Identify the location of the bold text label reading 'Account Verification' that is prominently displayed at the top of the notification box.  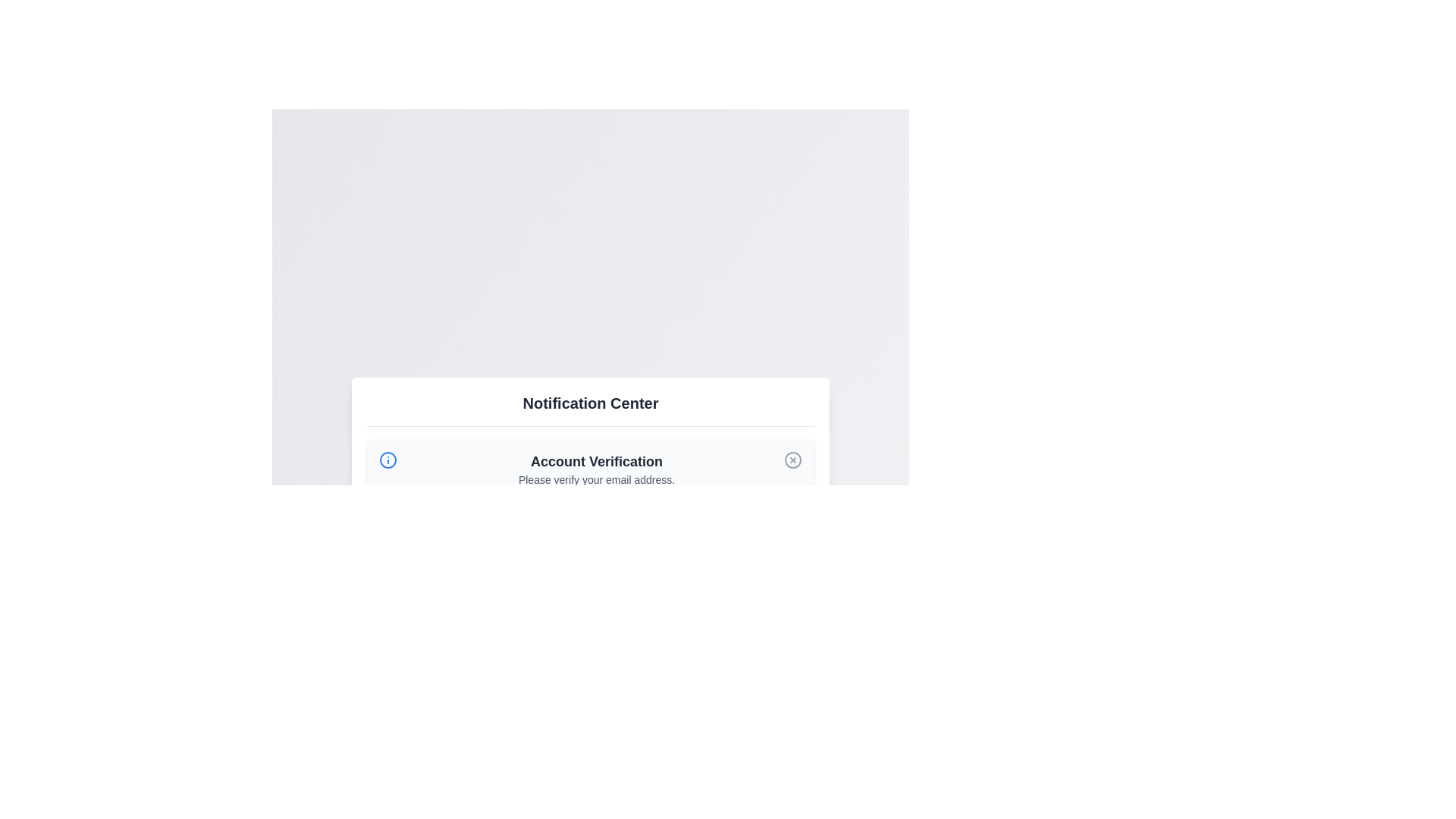
(596, 460).